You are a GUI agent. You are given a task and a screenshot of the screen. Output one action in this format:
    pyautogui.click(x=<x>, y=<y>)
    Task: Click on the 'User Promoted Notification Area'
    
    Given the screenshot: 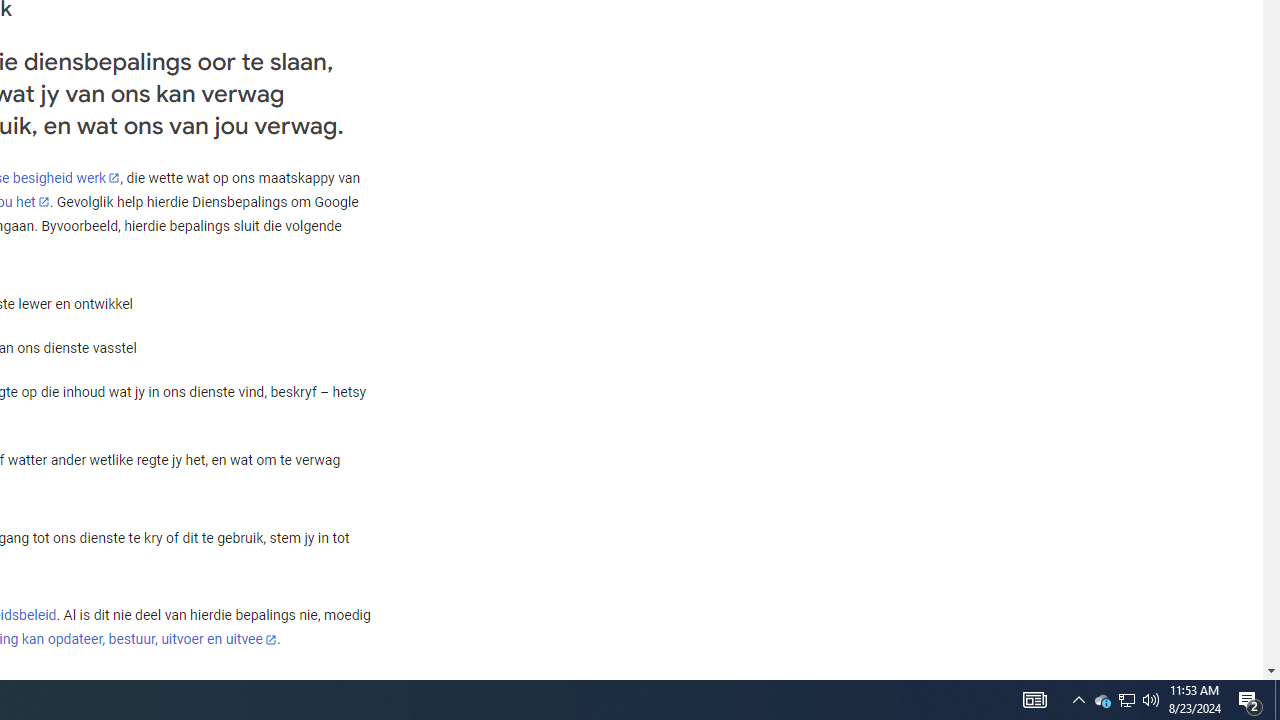 What is the action you would take?
    pyautogui.click(x=1151, y=698)
    